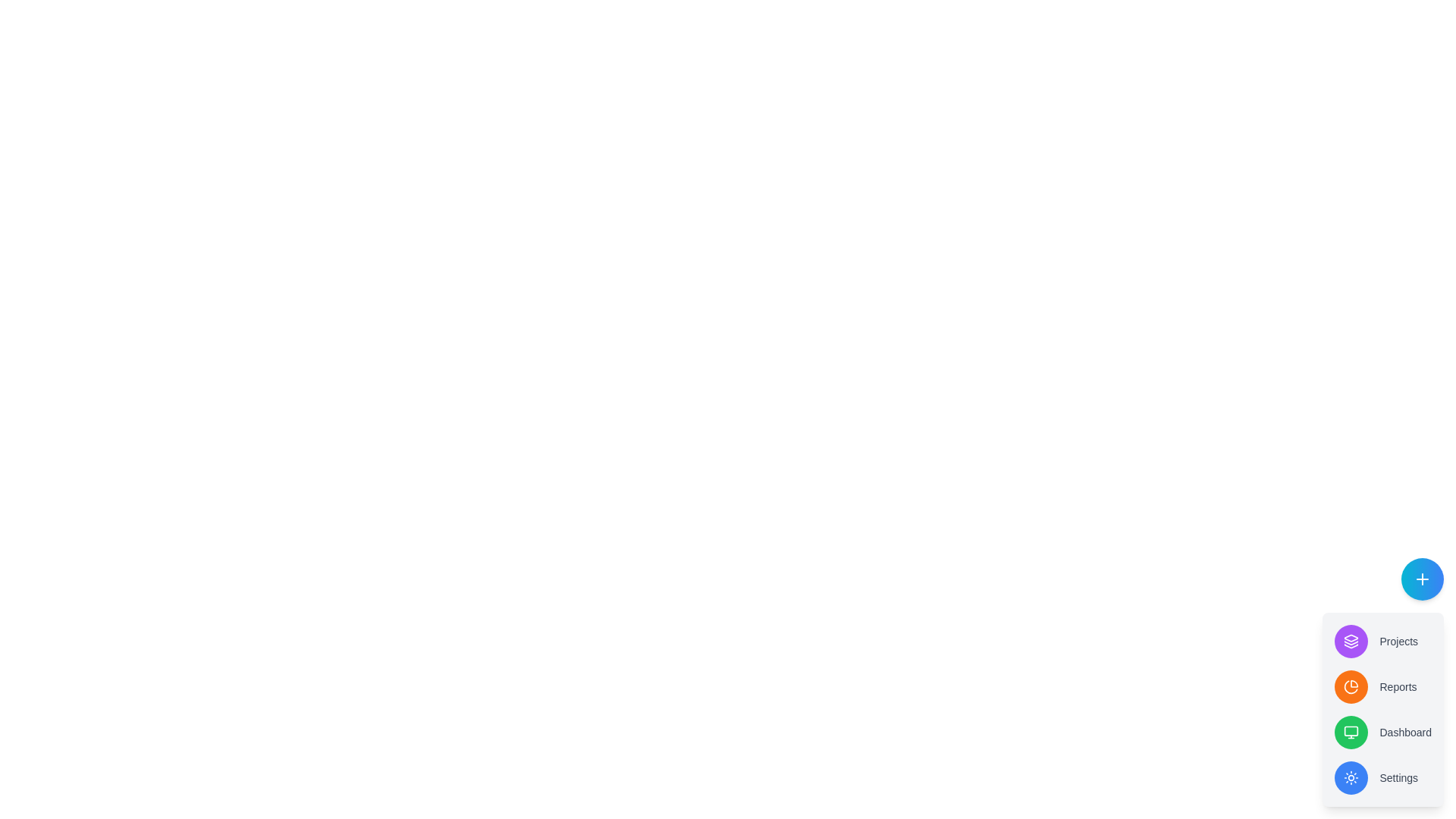 The image size is (1456, 819). What do you see at coordinates (1382, 641) in the screenshot?
I see `the purple circular icon with a white graphic of layered squares on the left side of the 'Projects' label in the Navigation Menu` at bounding box center [1382, 641].